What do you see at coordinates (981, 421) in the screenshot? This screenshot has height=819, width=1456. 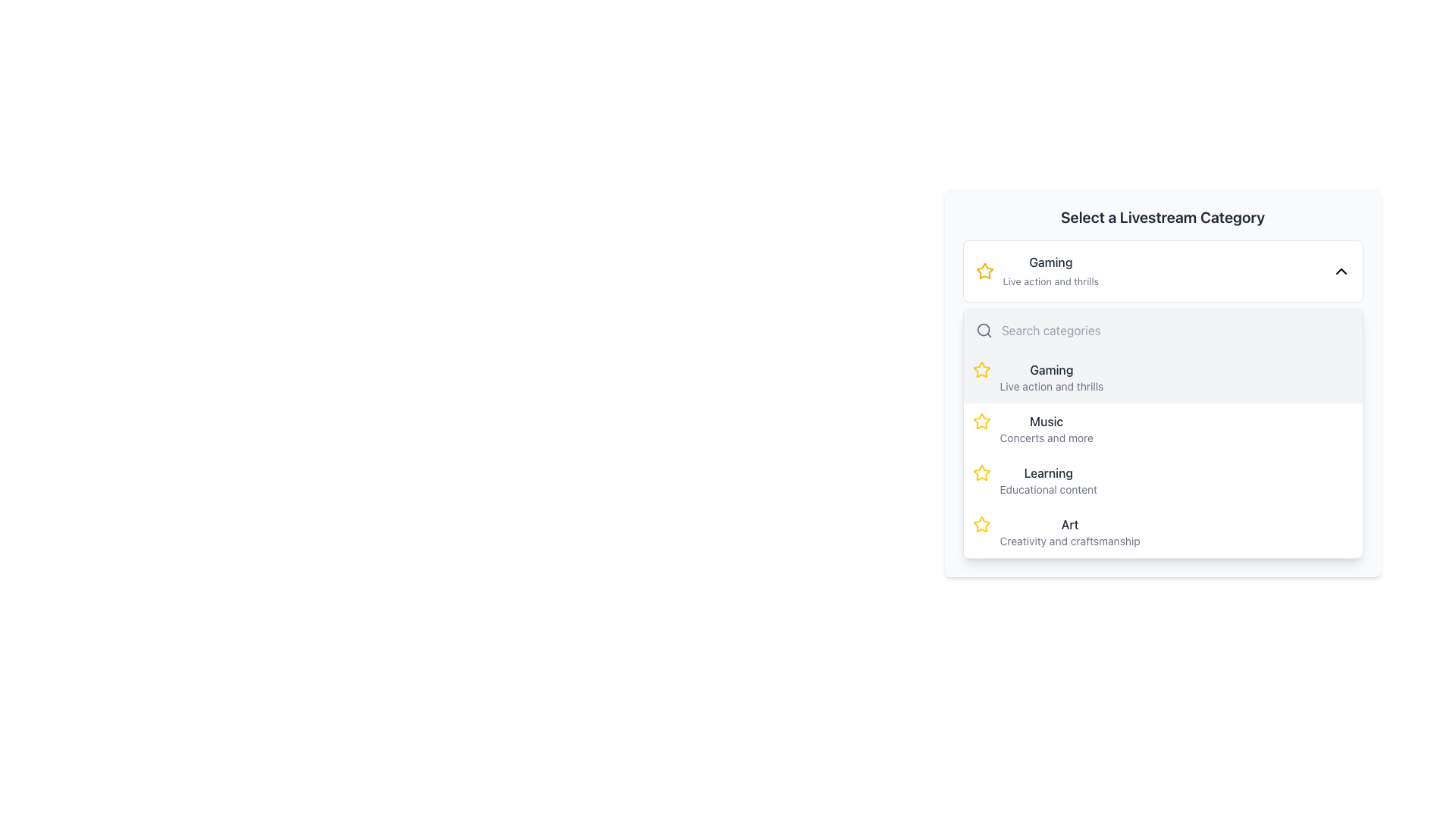 I see `the yellow star icon associated with the 'Music - Concerts and more' option in the list` at bounding box center [981, 421].